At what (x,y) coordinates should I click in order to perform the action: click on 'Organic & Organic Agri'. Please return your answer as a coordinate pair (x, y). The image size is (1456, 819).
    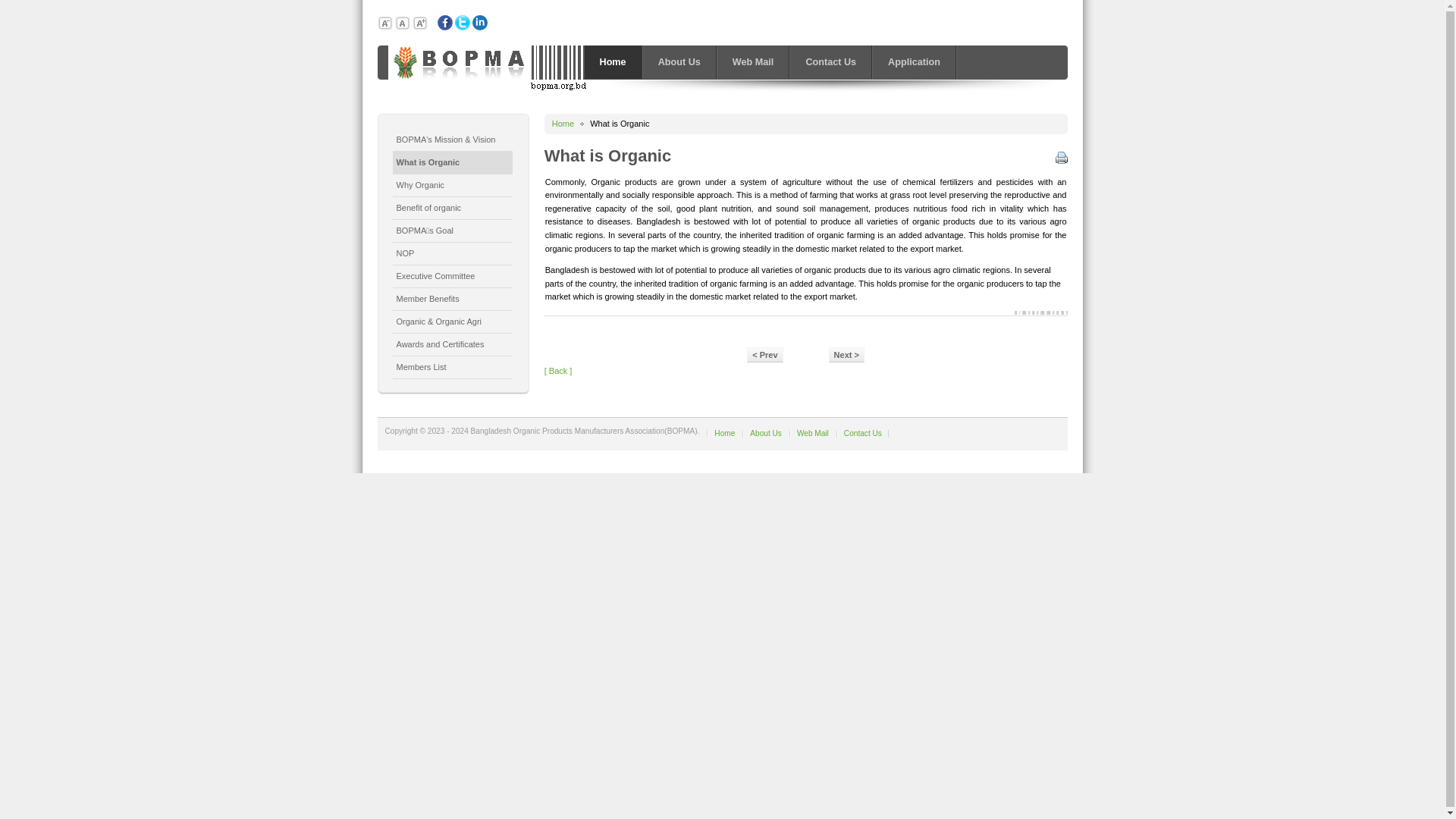
    Looking at the image, I should click on (452, 321).